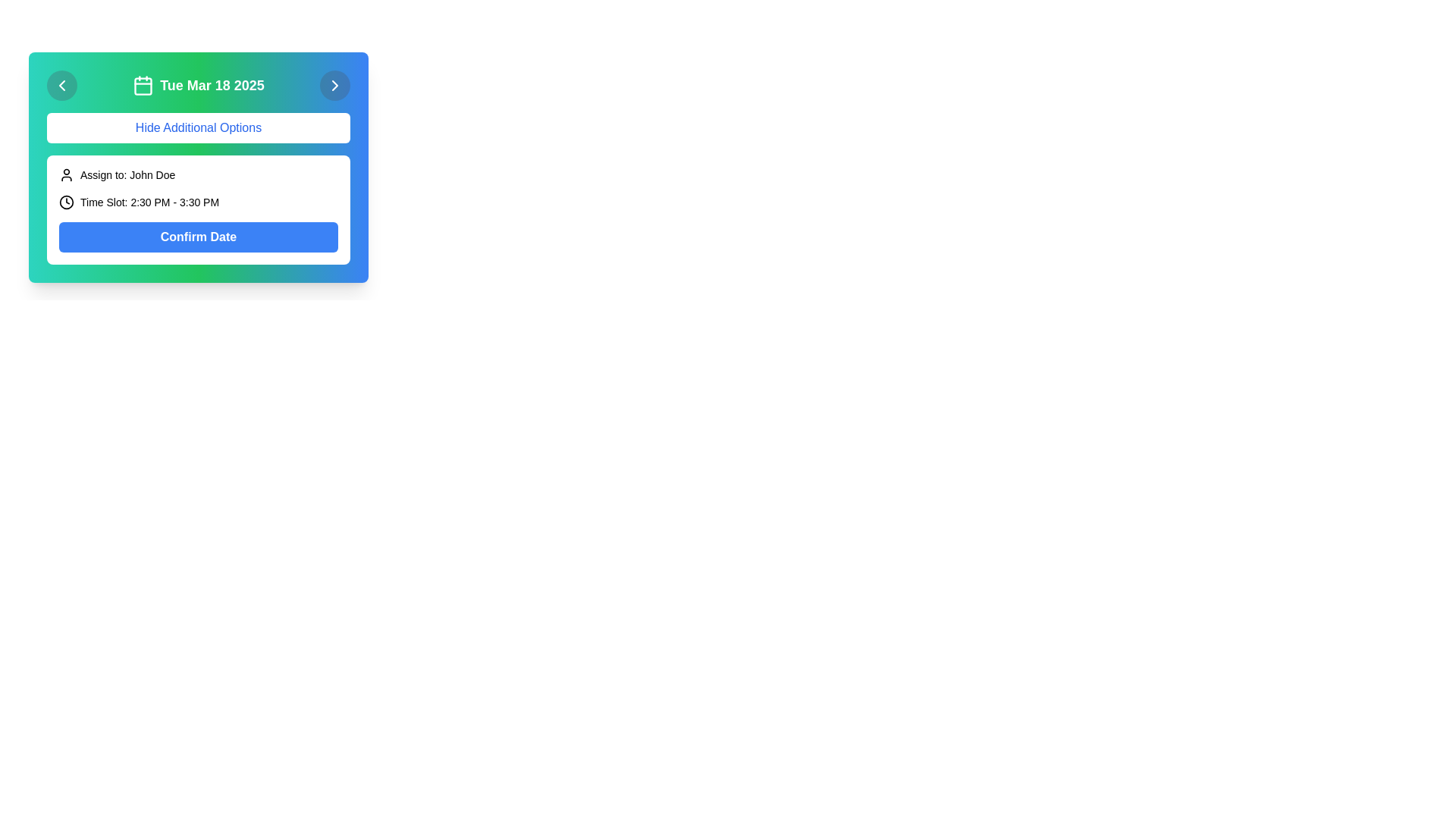 The image size is (1456, 819). Describe the element at coordinates (65, 174) in the screenshot. I see `the user icon located to the left of the text 'Assign to: John Doe' in the white card area` at that location.